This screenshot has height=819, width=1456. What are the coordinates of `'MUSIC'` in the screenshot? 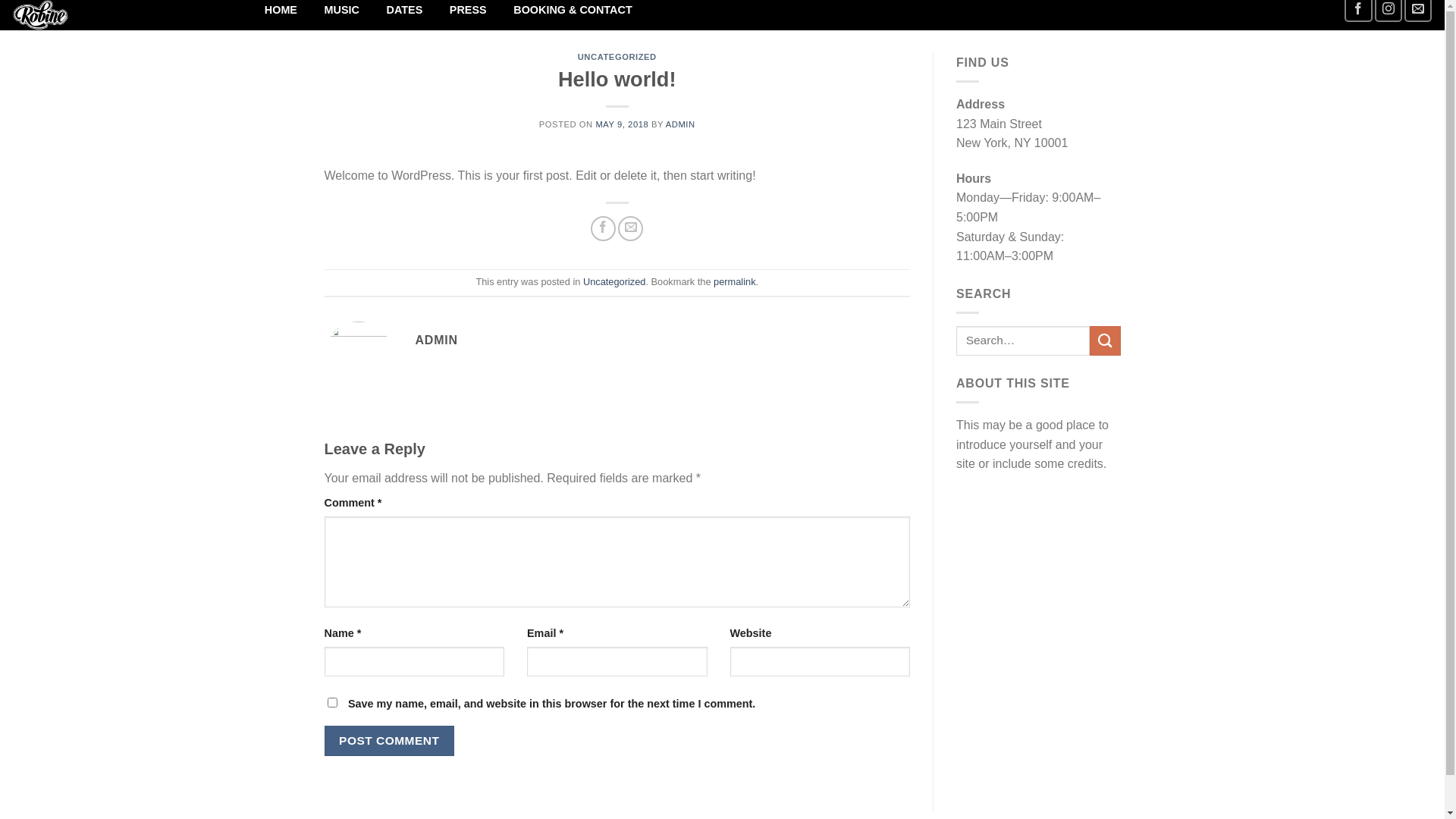 It's located at (313, 10).